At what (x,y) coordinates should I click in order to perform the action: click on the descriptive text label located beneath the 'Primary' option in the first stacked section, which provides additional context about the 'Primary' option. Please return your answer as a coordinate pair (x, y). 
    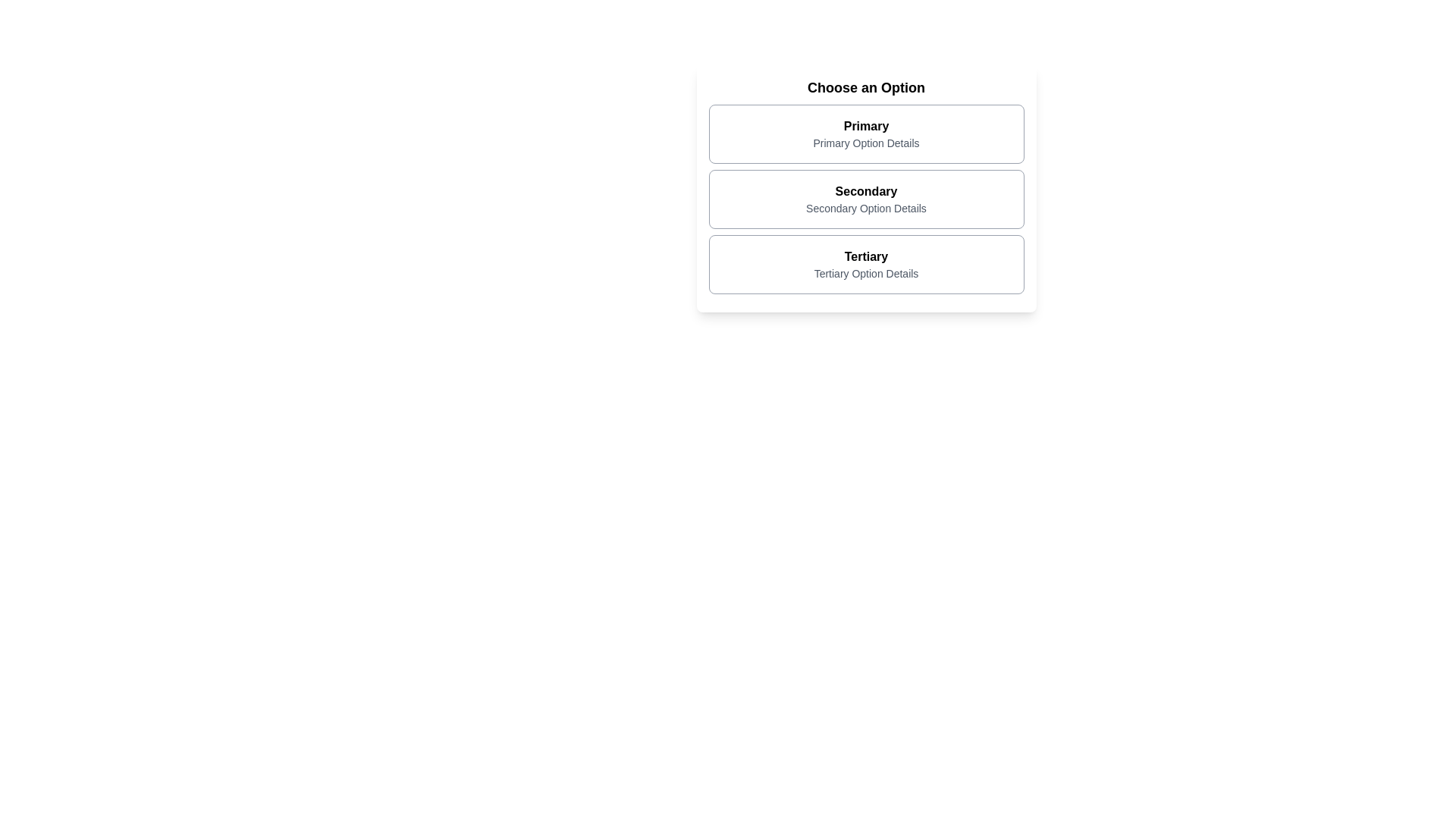
    Looking at the image, I should click on (866, 143).